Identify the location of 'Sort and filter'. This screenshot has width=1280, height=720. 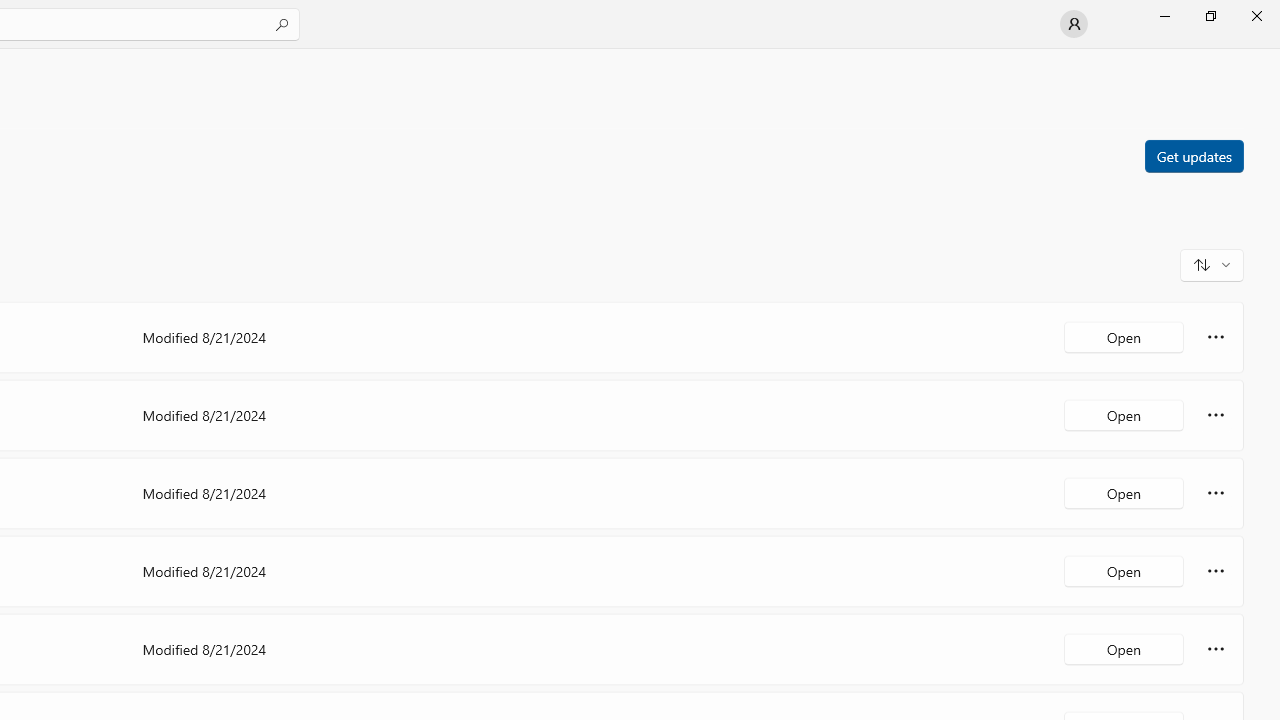
(1211, 263).